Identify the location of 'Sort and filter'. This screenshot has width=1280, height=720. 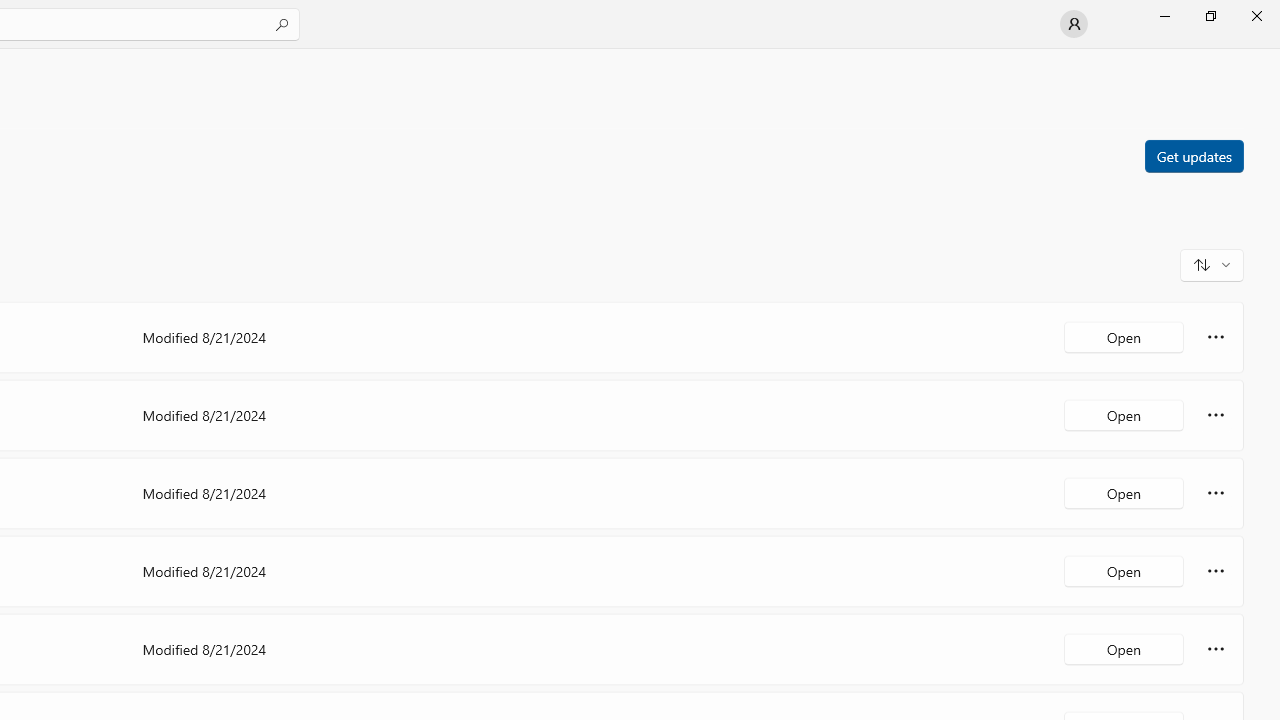
(1211, 263).